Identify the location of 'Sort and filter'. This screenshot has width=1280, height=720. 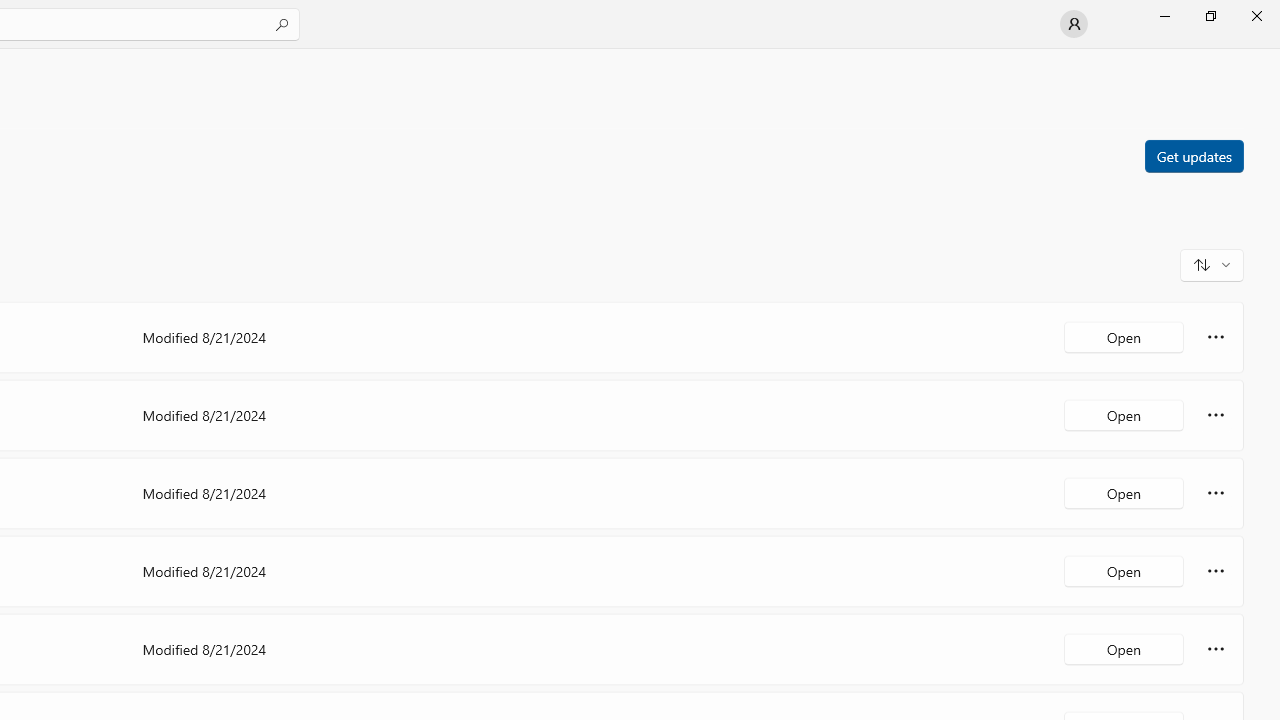
(1211, 263).